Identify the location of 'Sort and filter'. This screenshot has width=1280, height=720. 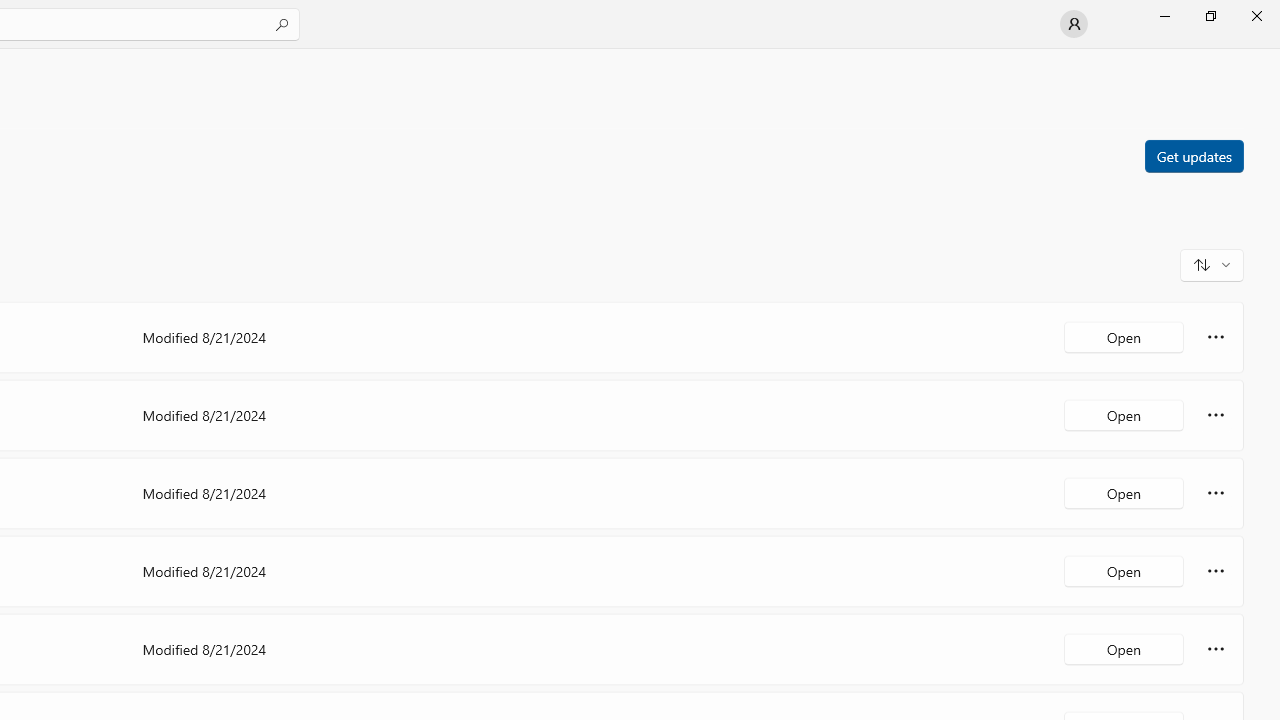
(1211, 263).